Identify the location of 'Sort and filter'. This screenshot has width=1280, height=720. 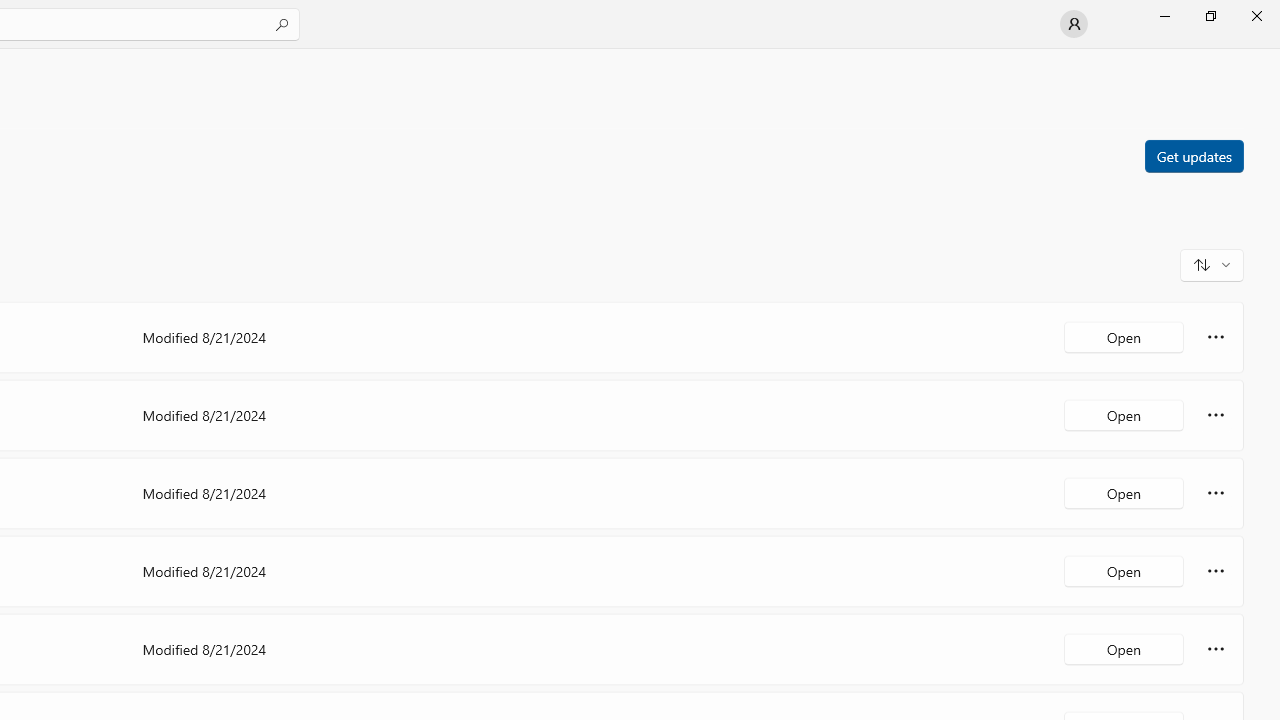
(1211, 263).